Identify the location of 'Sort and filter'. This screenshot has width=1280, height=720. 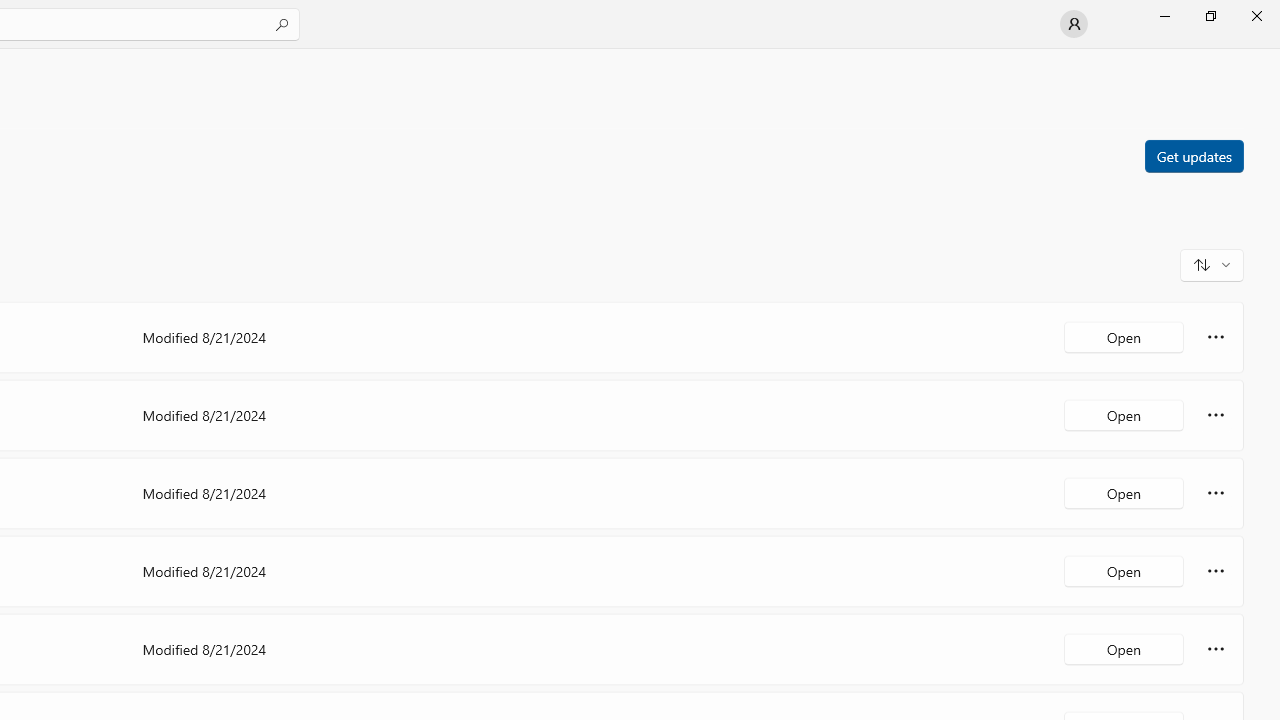
(1211, 263).